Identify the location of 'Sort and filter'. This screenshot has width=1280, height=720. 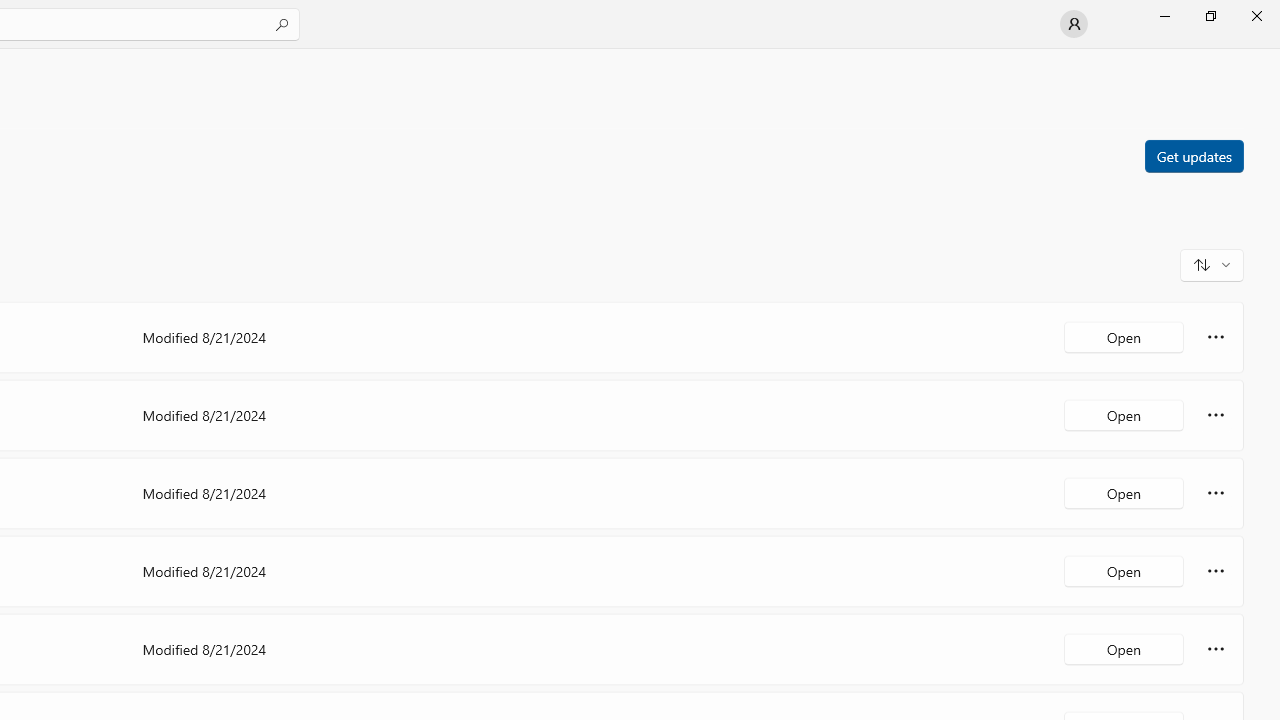
(1211, 263).